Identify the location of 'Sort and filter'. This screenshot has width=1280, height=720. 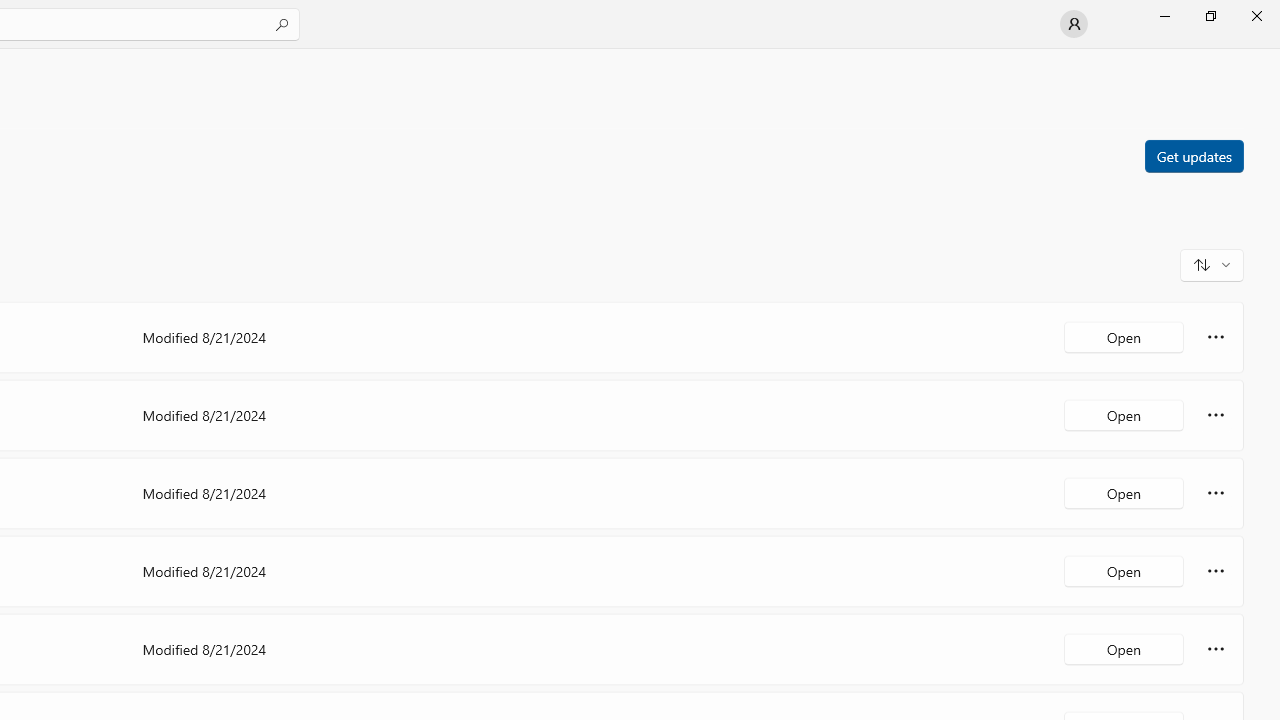
(1211, 263).